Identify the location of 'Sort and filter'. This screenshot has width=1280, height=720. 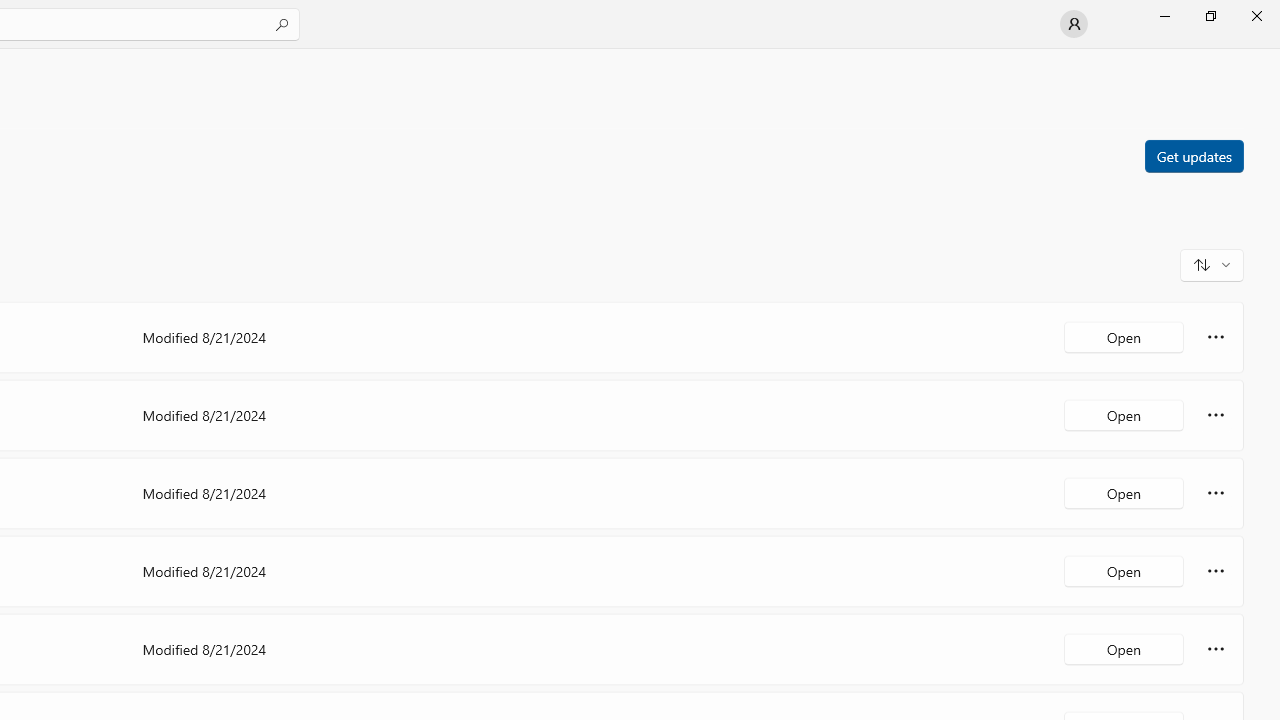
(1211, 263).